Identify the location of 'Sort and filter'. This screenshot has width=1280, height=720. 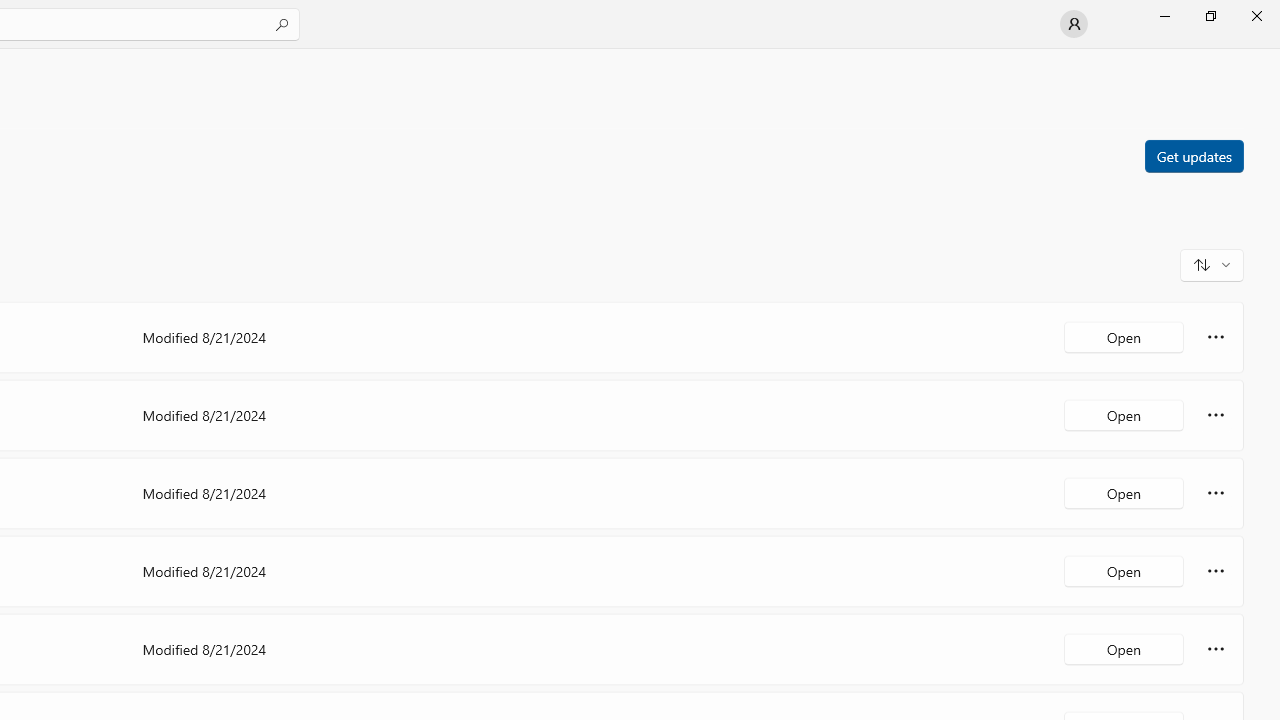
(1211, 263).